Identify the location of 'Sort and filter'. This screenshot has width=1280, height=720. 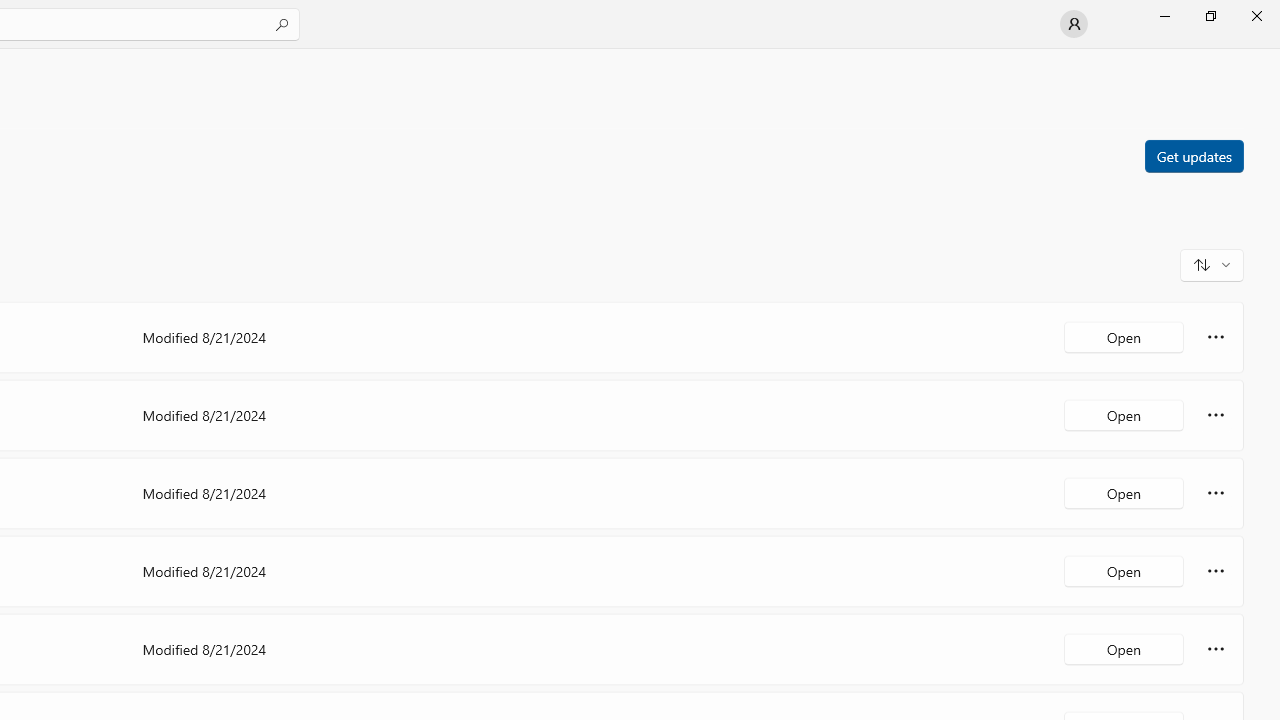
(1211, 263).